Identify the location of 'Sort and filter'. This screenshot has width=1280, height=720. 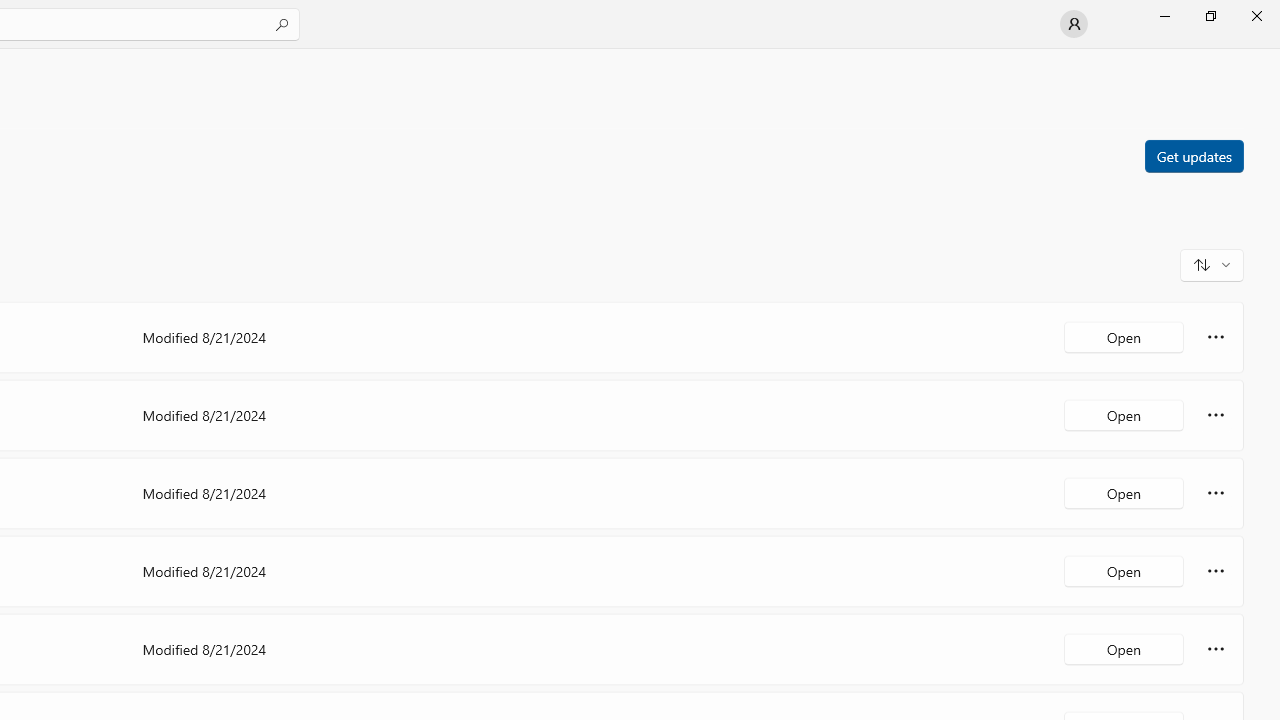
(1211, 263).